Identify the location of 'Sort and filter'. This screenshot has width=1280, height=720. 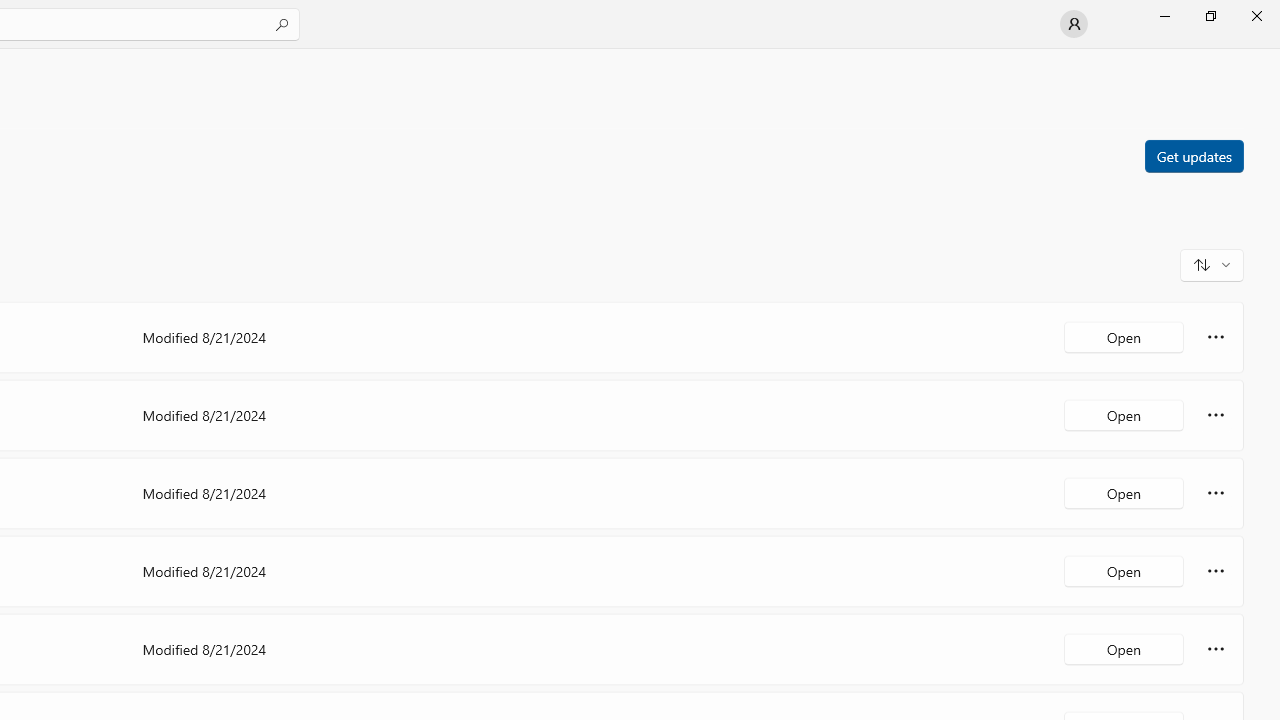
(1211, 263).